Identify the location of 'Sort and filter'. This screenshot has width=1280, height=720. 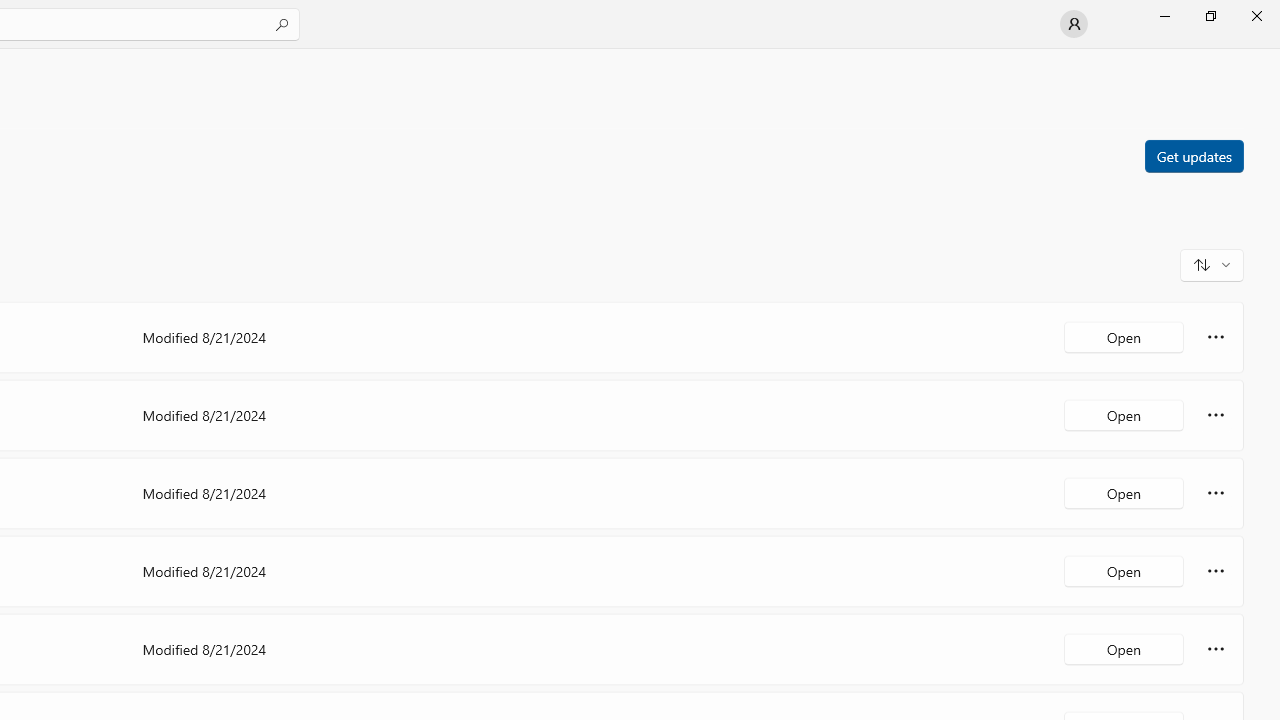
(1211, 263).